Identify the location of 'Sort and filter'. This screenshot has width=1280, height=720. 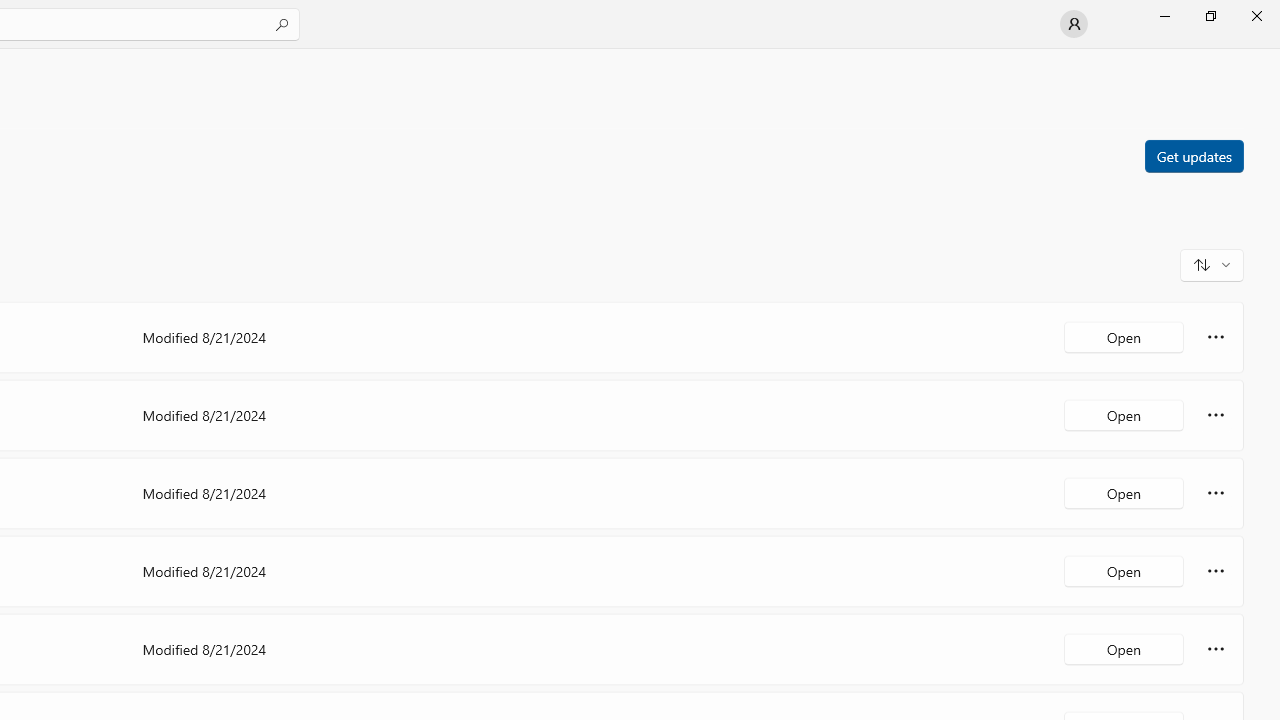
(1211, 263).